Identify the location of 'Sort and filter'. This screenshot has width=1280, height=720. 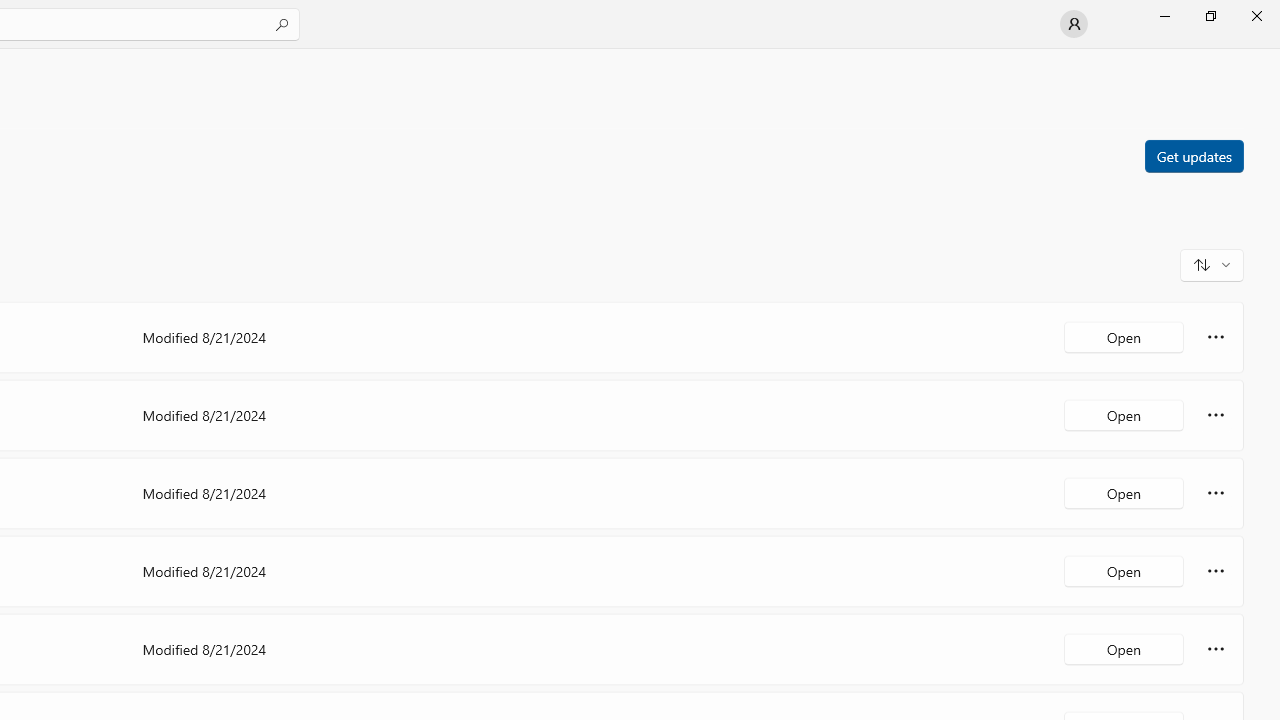
(1211, 263).